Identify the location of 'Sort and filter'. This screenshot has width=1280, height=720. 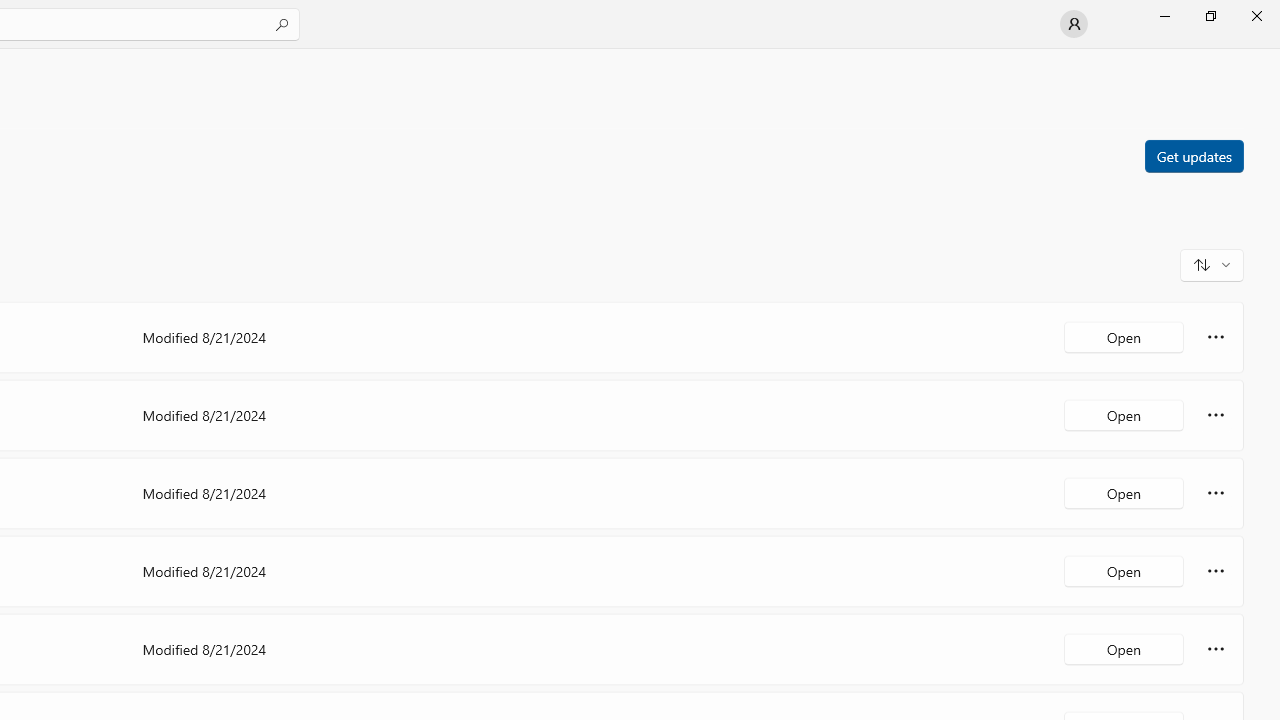
(1211, 263).